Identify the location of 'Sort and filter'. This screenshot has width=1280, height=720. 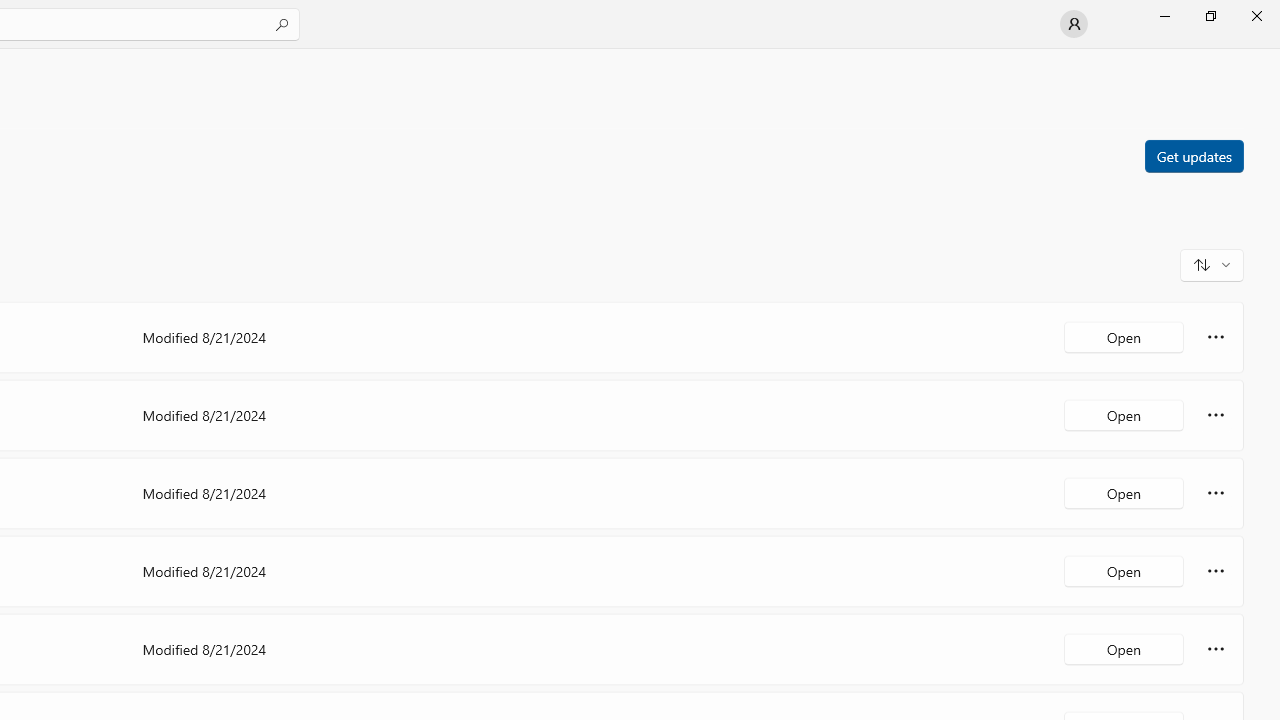
(1211, 263).